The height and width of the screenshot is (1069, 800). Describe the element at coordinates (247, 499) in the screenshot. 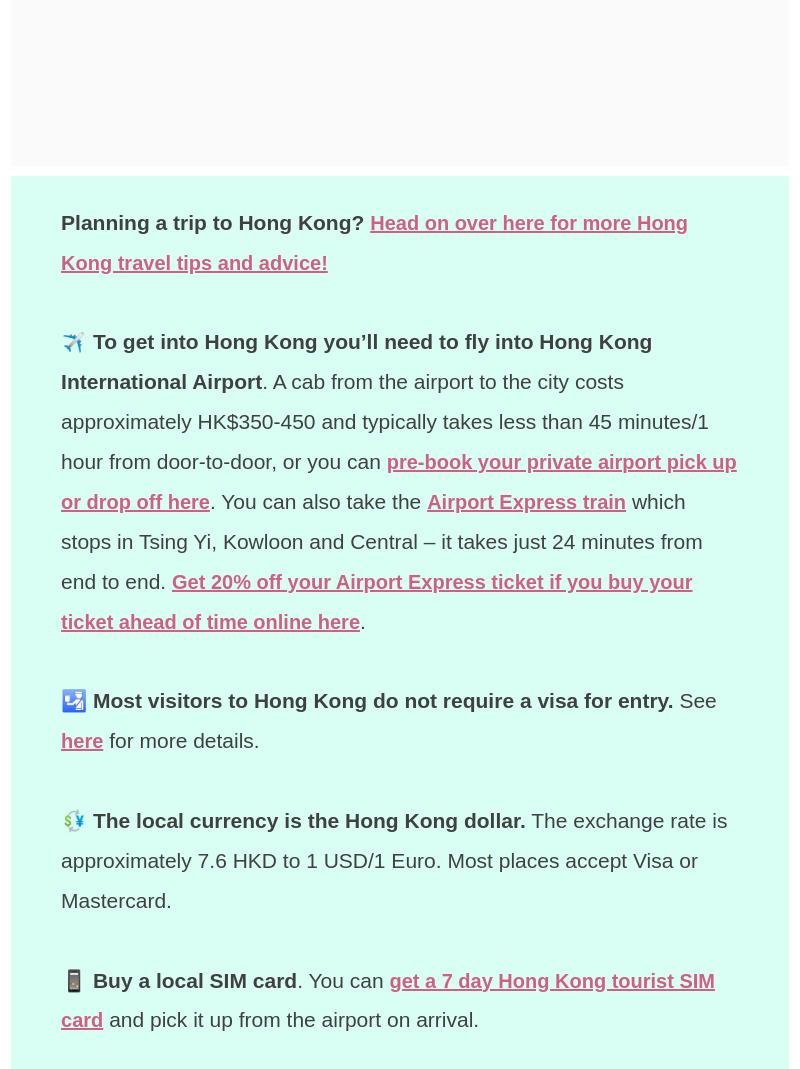

I see `'. You can also take the'` at that location.